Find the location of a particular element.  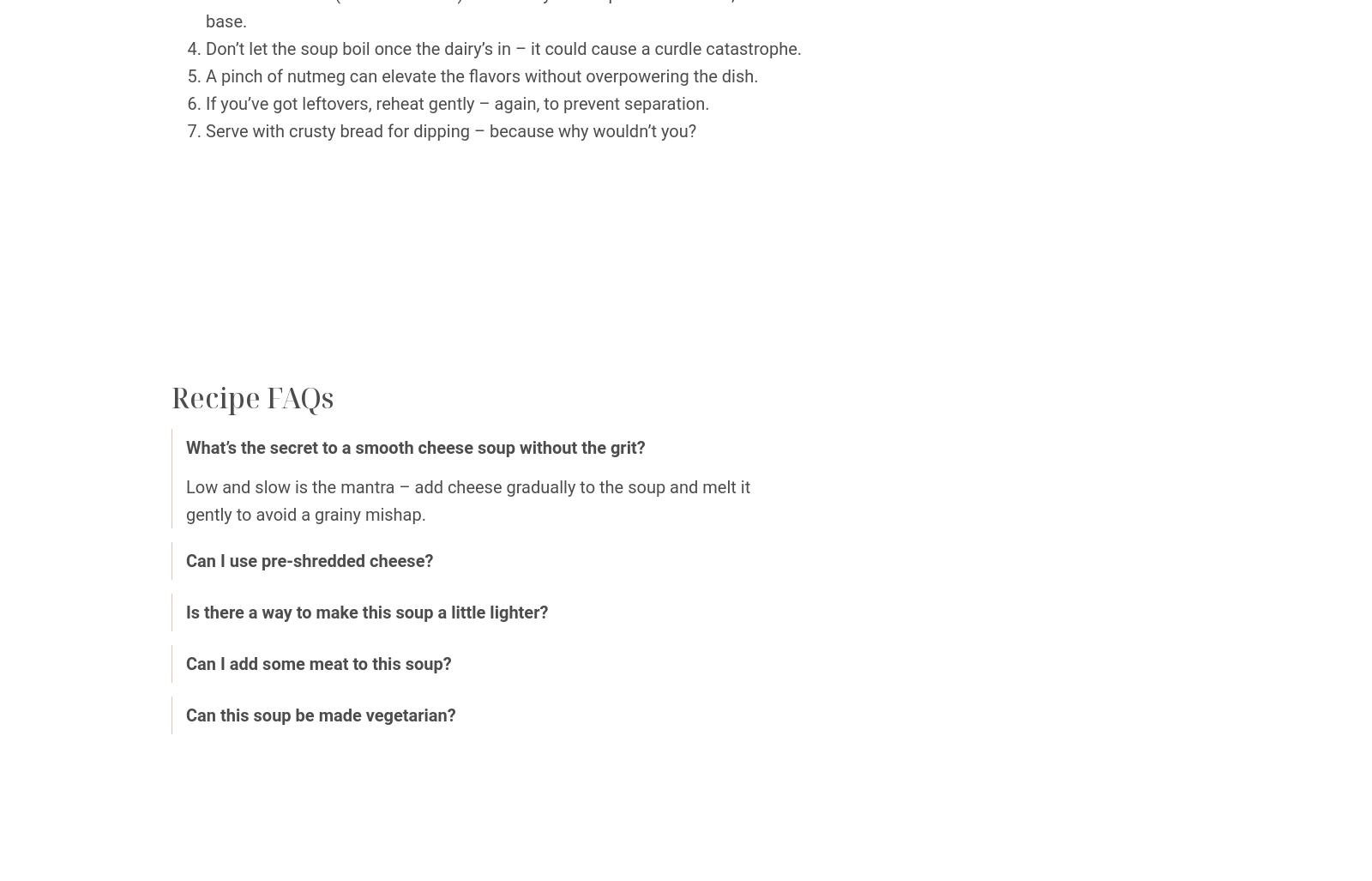

'Is there a way to make this soup a little lighter?' is located at coordinates (185, 612).